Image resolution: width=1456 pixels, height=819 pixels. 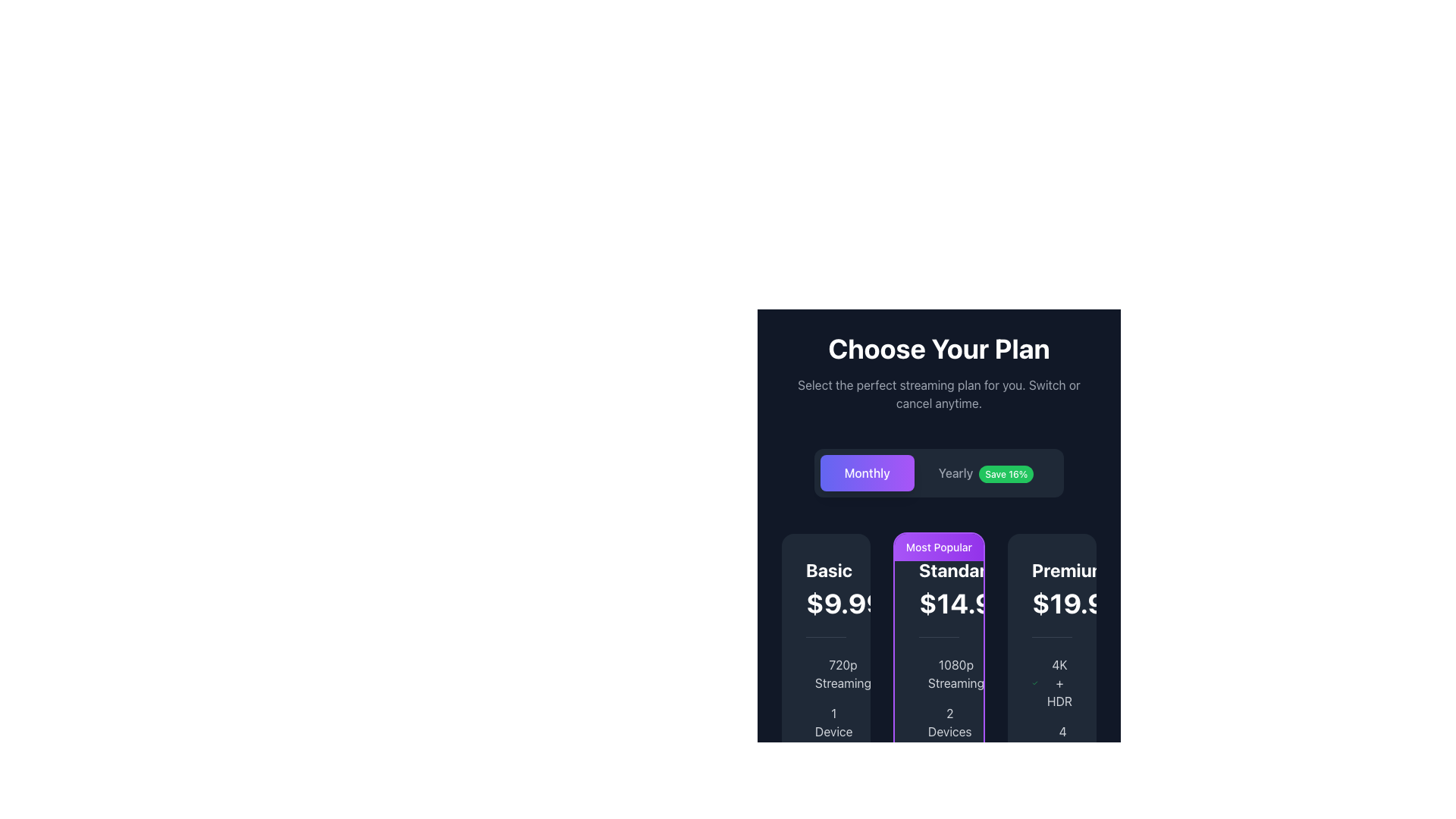 What do you see at coordinates (1006, 473) in the screenshot?
I see `the promotional offer badge located to the right of the 'Yearly' subscription button, which indicates savings percentage` at bounding box center [1006, 473].